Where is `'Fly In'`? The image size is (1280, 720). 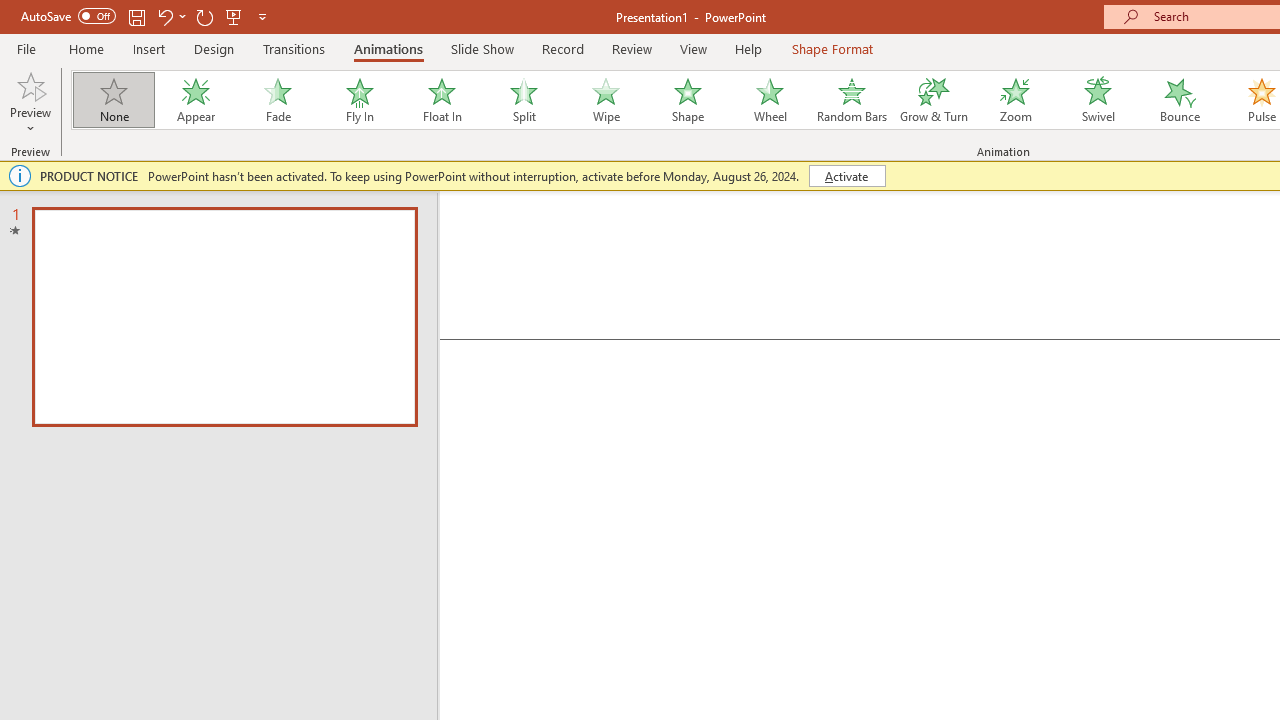
'Fly In' is located at coordinates (359, 100).